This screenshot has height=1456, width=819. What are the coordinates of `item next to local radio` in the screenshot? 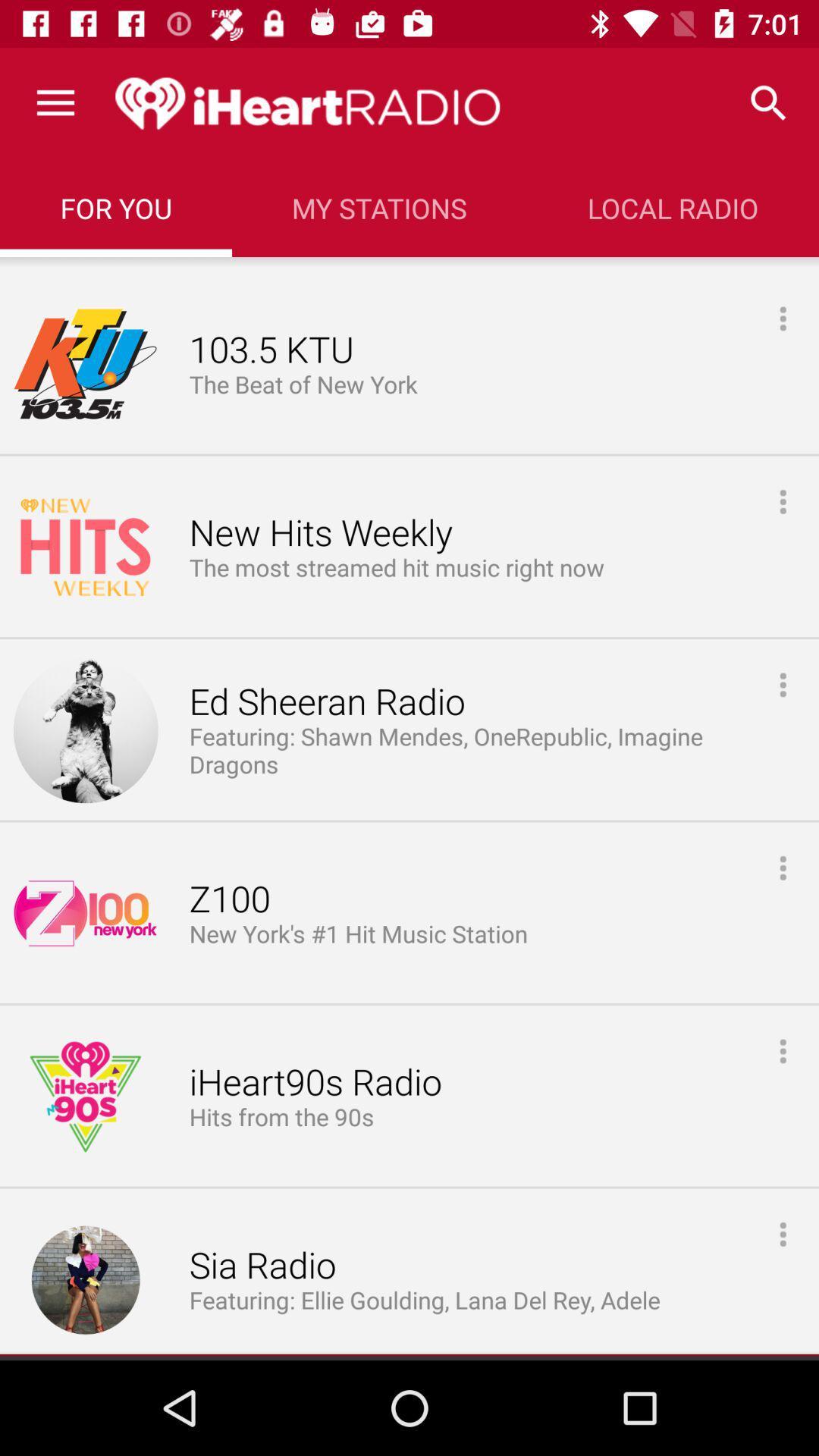 It's located at (378, 207).